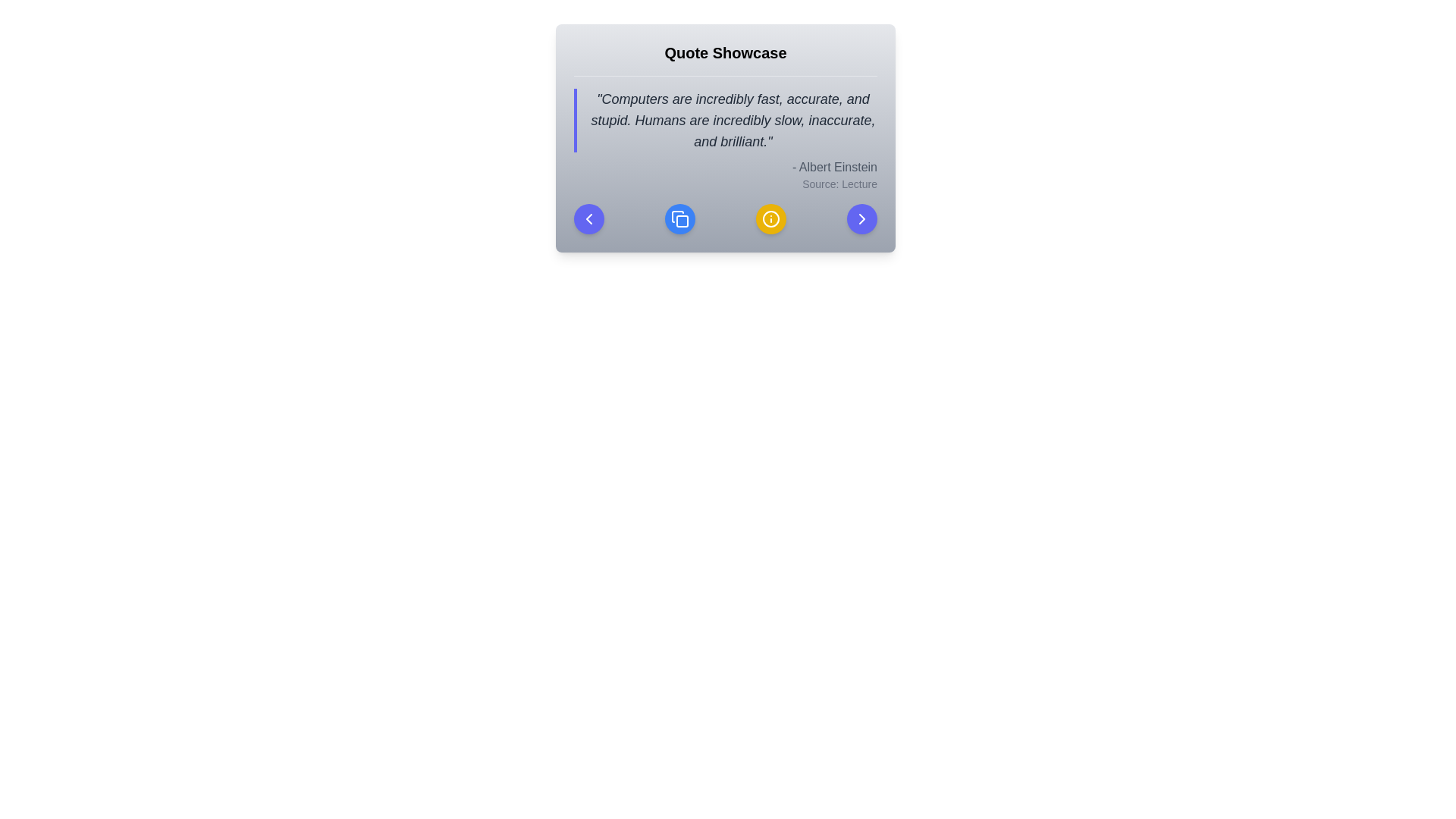 The image size is (1456, 819). Describe the element at coordinates (862, 219) in the screenshot. I see `the circular button with a purple background and a white chevron pointing to the right, located on the far right of a group of four circular buttons` at that location.